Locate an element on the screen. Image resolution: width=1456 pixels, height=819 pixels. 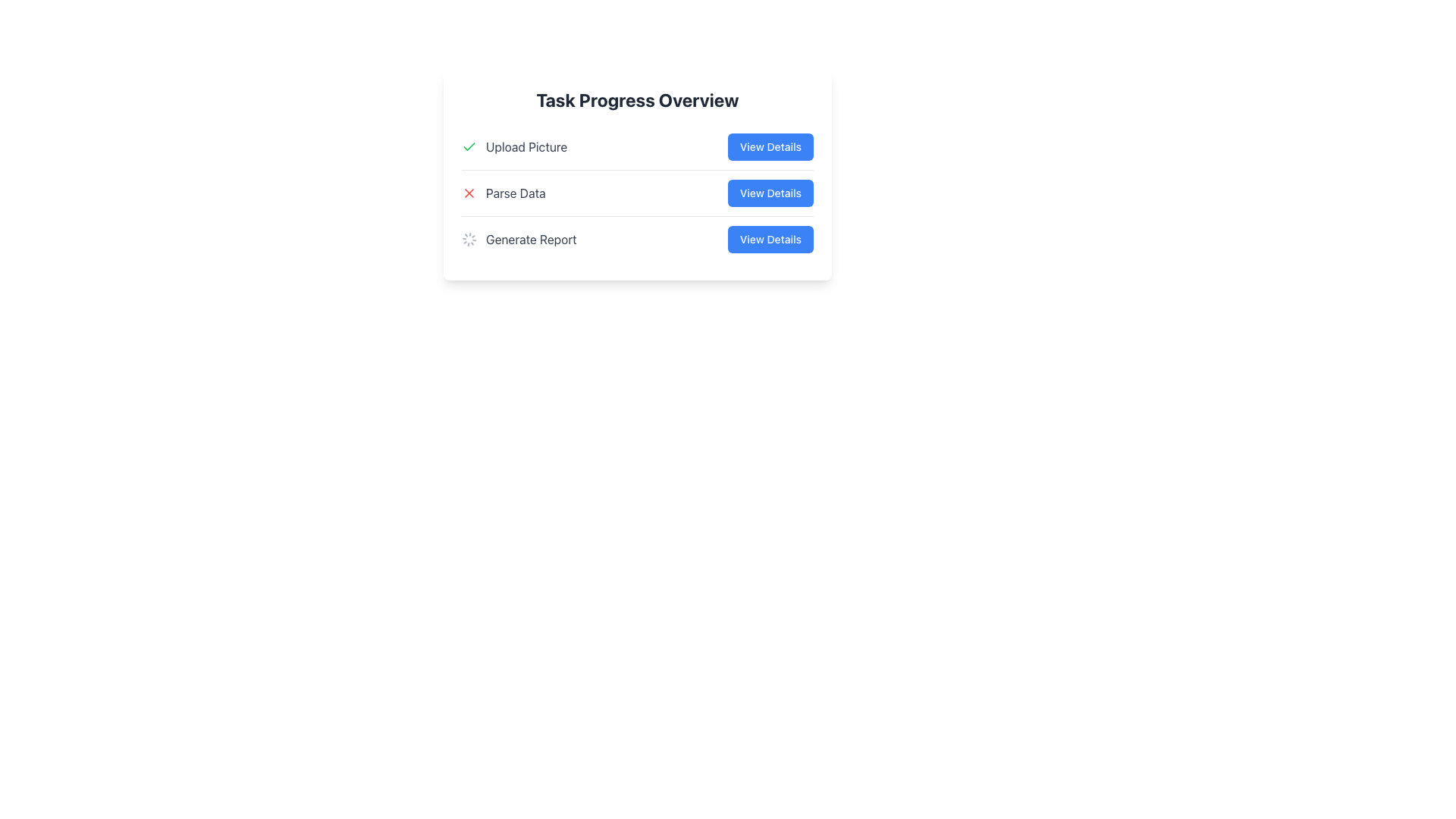
the actionable button aligned to the far-right within the row containing the text 'Parse Data' is located at coordinates (770, 192).